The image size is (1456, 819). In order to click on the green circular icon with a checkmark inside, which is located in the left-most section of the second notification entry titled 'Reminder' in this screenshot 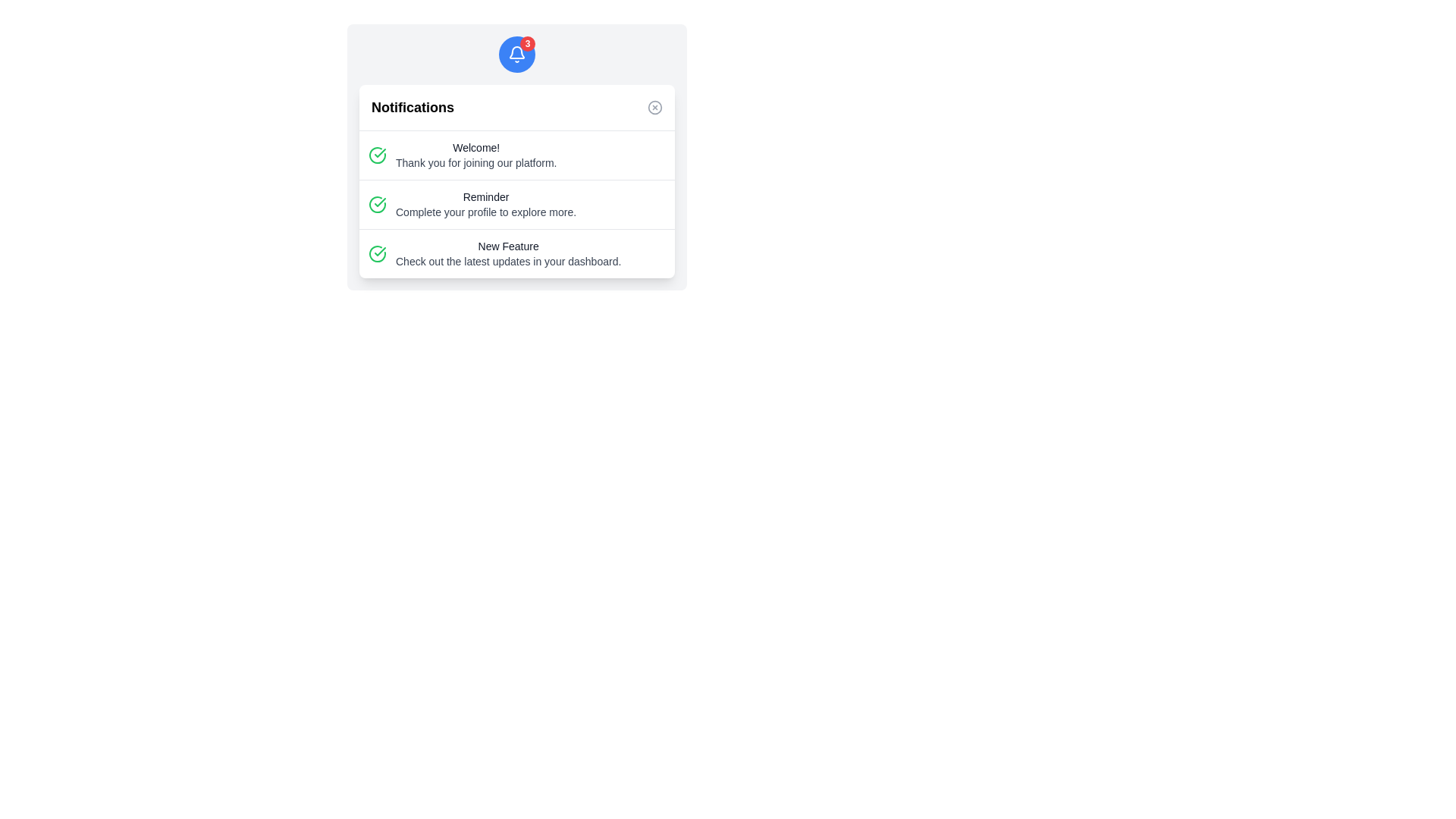, I will do `click(378, 205)`.